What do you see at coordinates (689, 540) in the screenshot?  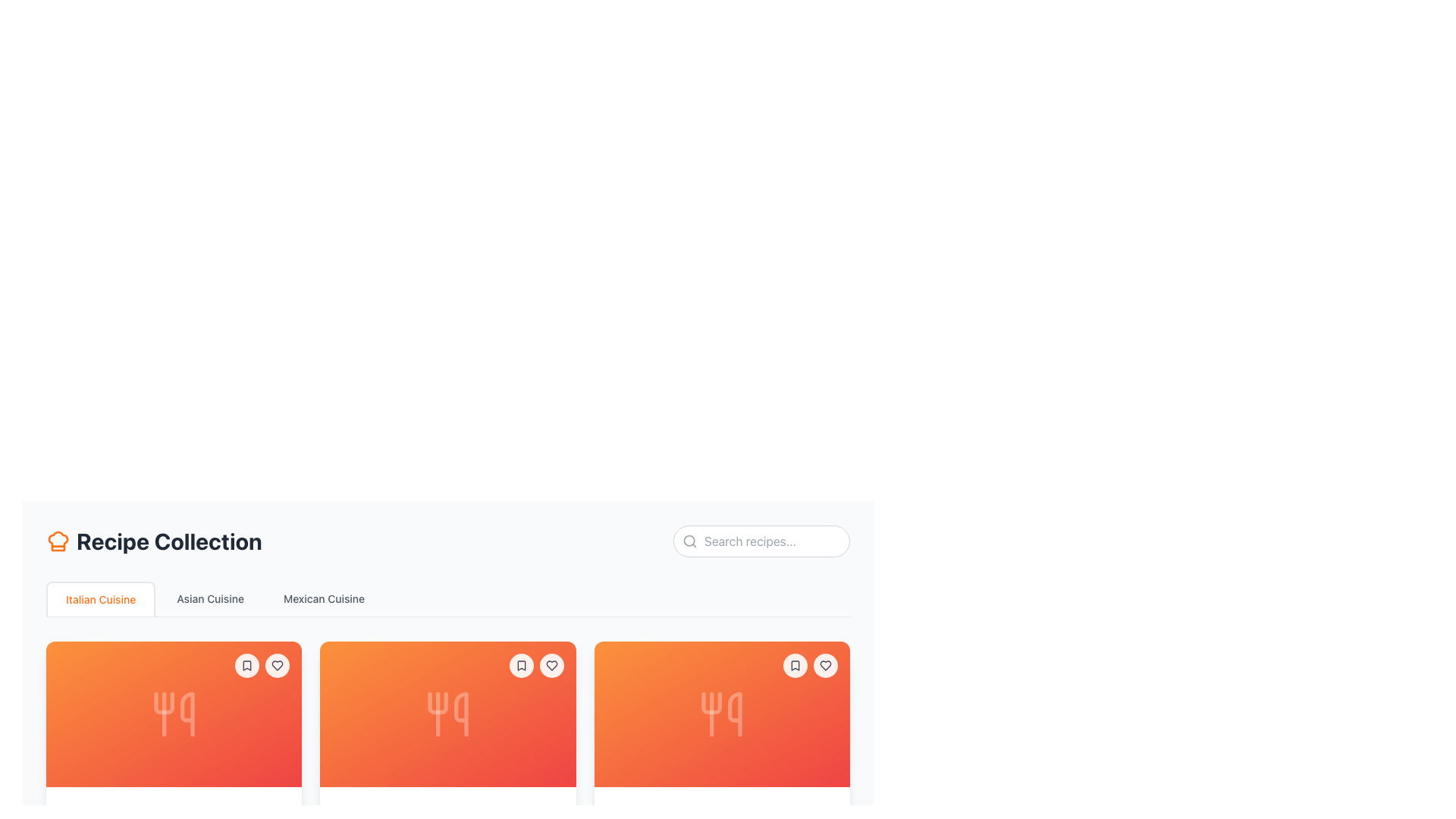 I see `the circular part of the search icon located near the center of the magnifying glass illustration within the search bar` at bounding box center [689, 540].